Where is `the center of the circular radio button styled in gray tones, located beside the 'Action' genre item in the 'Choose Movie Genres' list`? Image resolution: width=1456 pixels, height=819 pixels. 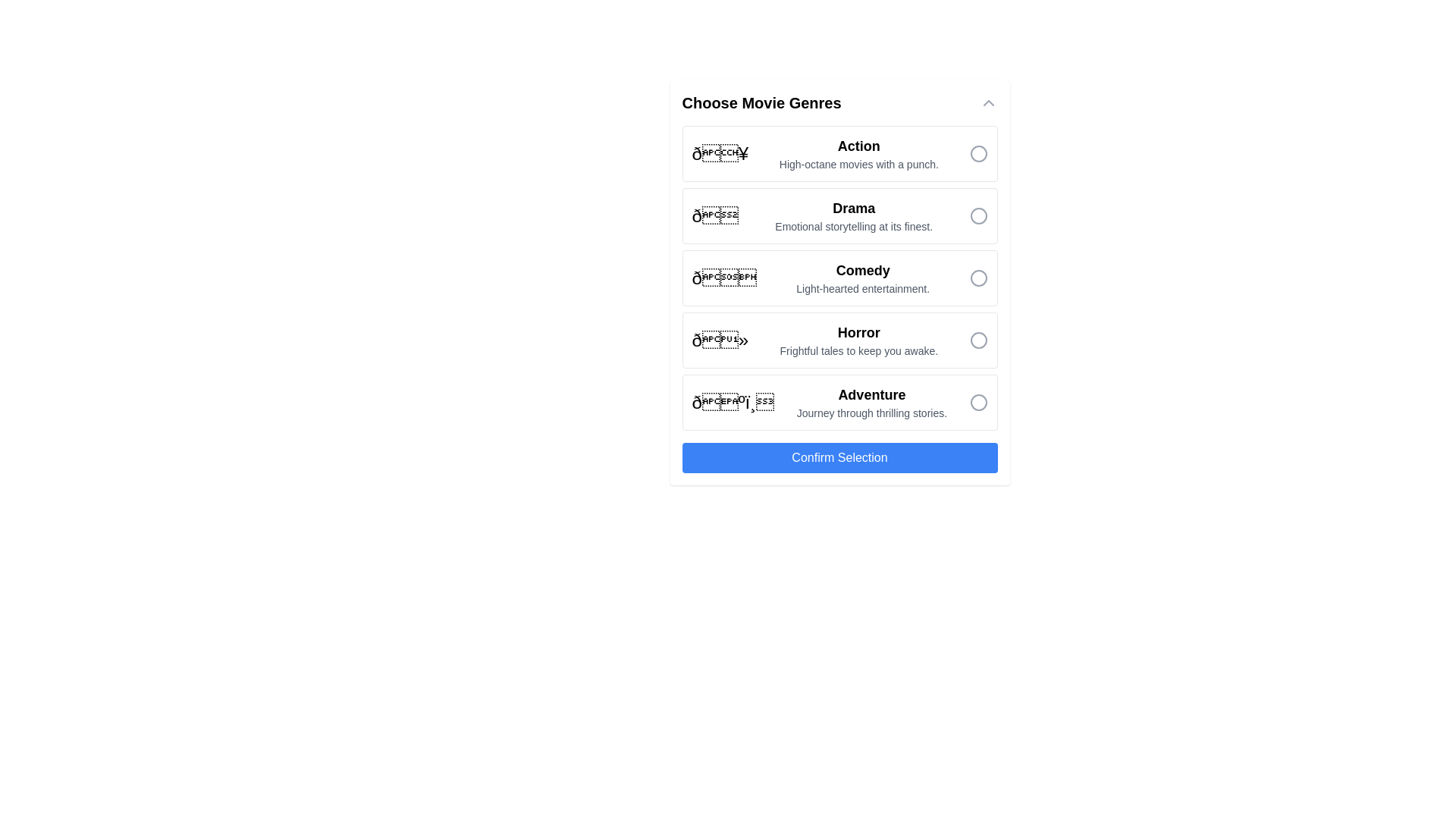
the center of the circular radio button styled in gray tones, located beside the 'Action' genre item in the 'Choose Movie Genres' list is located at coordinates (978, 154).